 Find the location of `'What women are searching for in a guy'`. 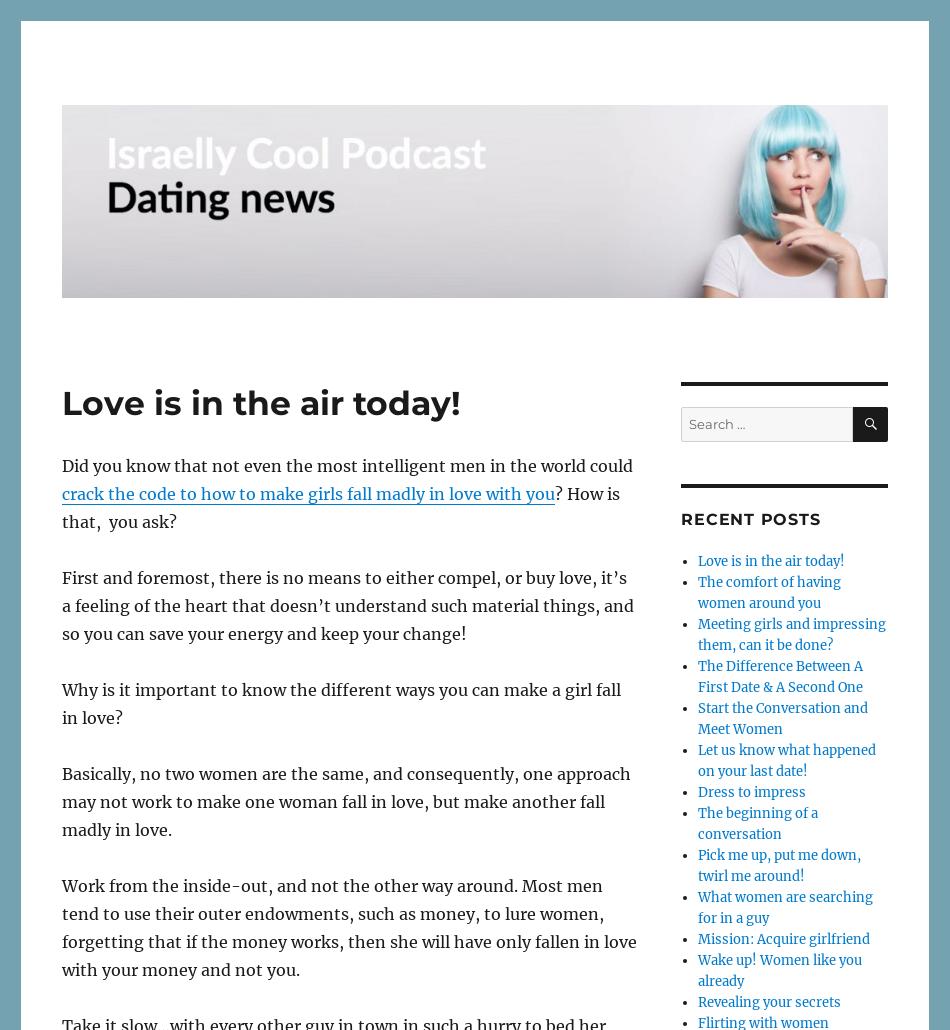

'What women are searching for in a guy' is located at coordinates (783, 907).